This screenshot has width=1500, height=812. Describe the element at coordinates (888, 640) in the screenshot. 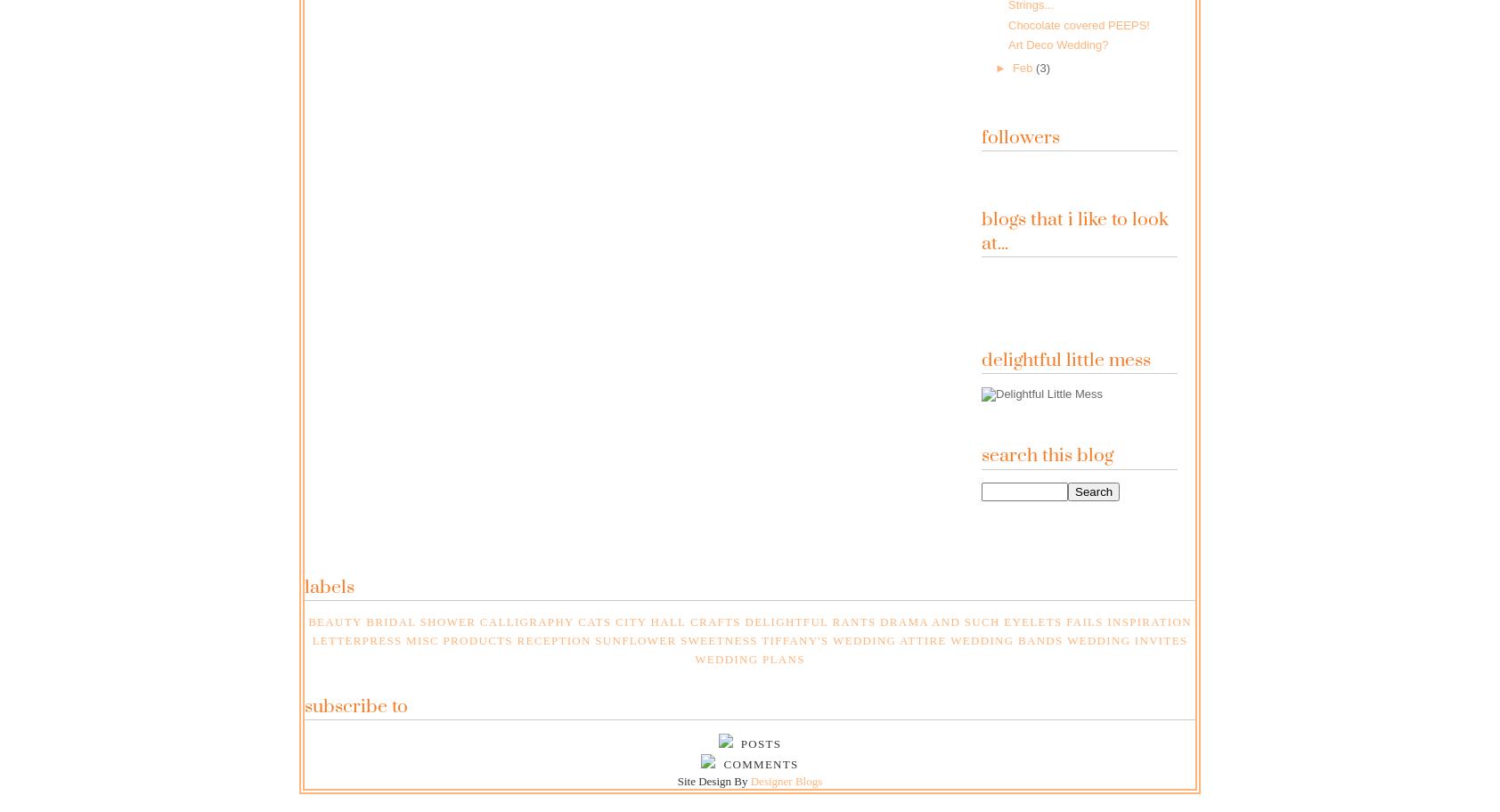

I see `'Wedding Attire'` at that location.